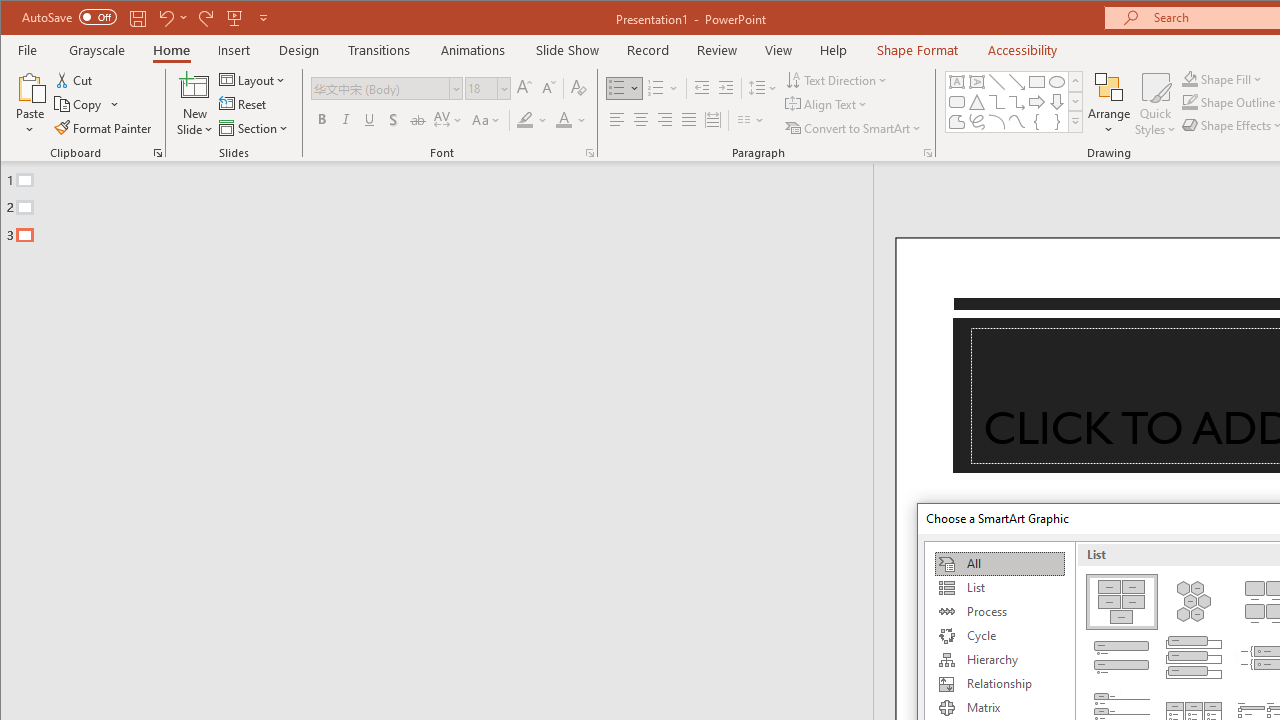  What do you see at coordinates (74, 79) in the screenshot?
I see `'Cut'` at bounding box center [74, 79].